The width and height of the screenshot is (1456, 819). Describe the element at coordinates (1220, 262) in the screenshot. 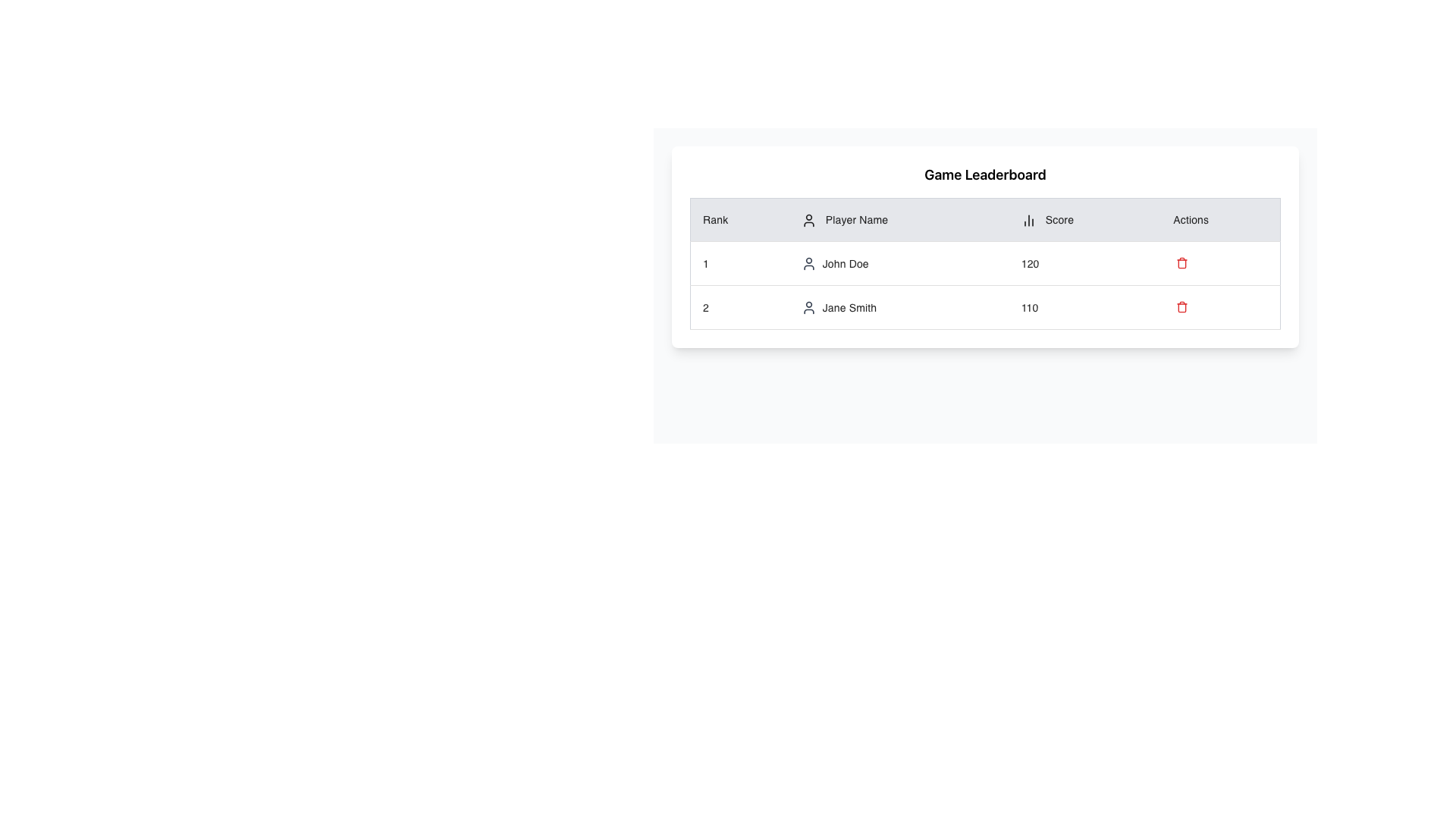

I see `the last cell` at that location.